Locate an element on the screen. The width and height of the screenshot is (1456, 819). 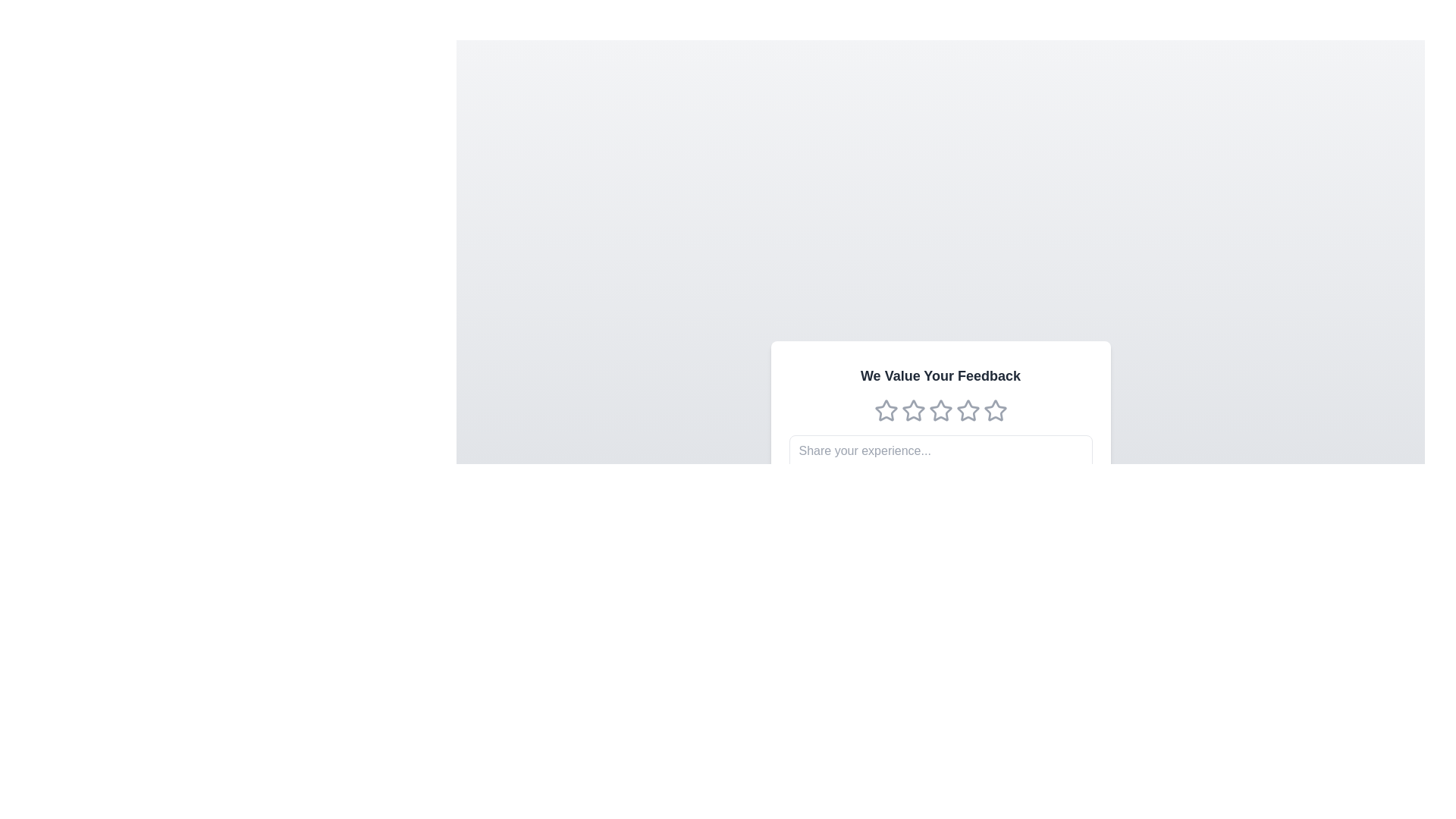
the text header that serves as the title for the feedback form is located at coordinates (940, 375).